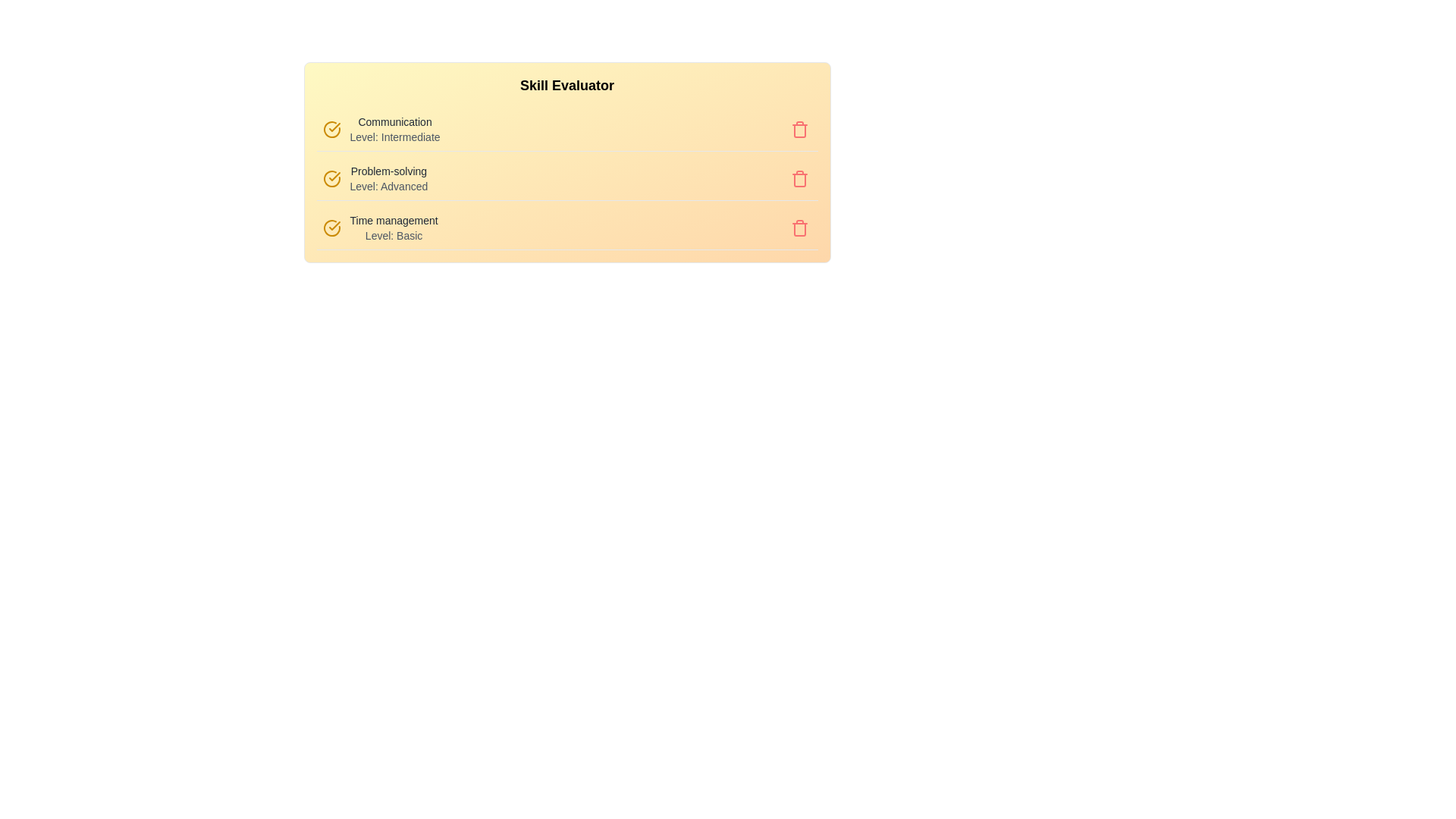 The image size is (1456, 819). What do you see at coordinates (378, 219) in the screenshot?
I see `the skill item corresponding to Time management` at bounding box center [378, 219].